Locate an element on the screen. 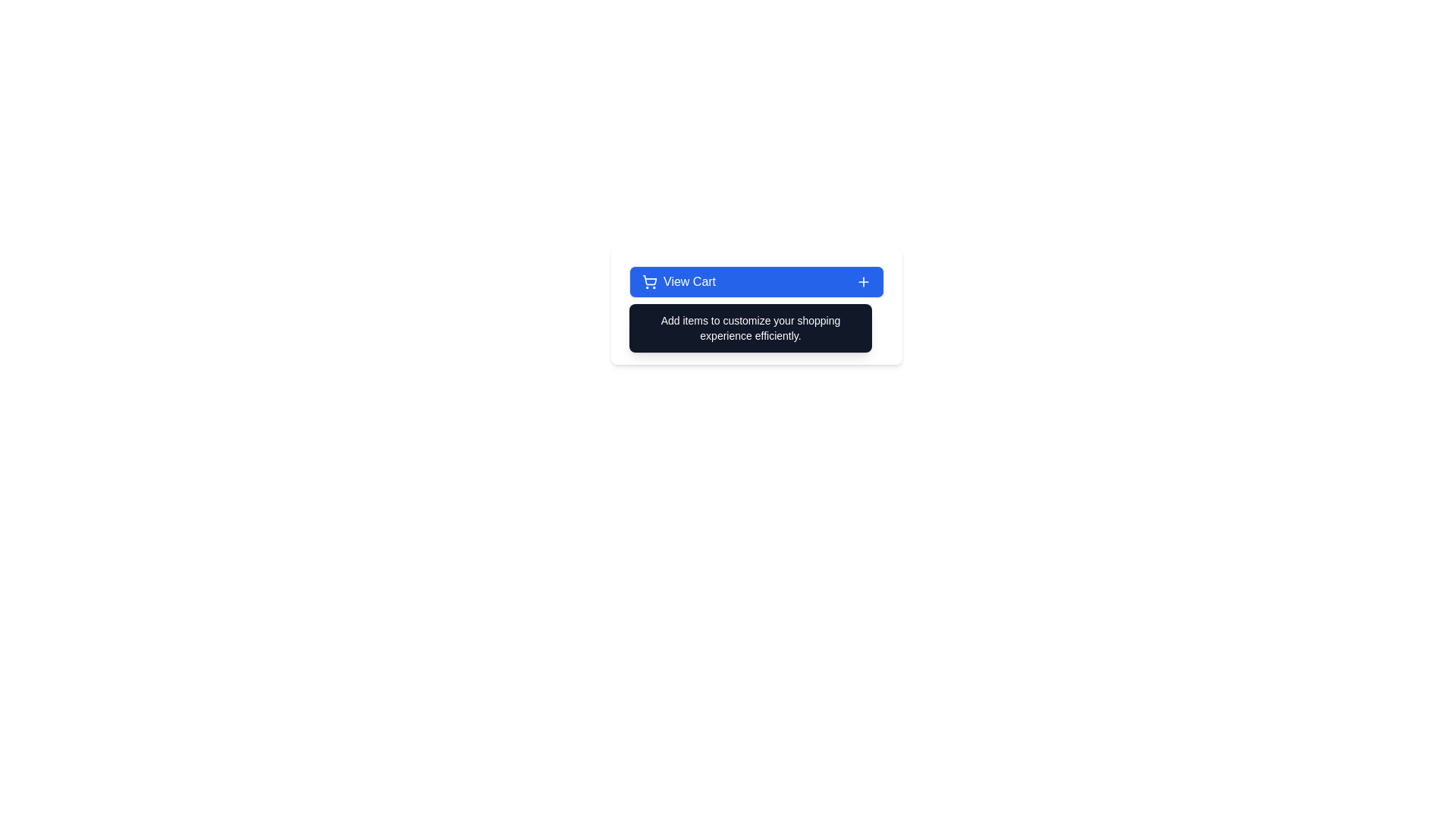 The image size is (1456, 819). the shopping cart icon located to the left of the 'View Cart' button, which serves as a visual indicator for accessing the shopping cart is located at coordinates (650, 281).